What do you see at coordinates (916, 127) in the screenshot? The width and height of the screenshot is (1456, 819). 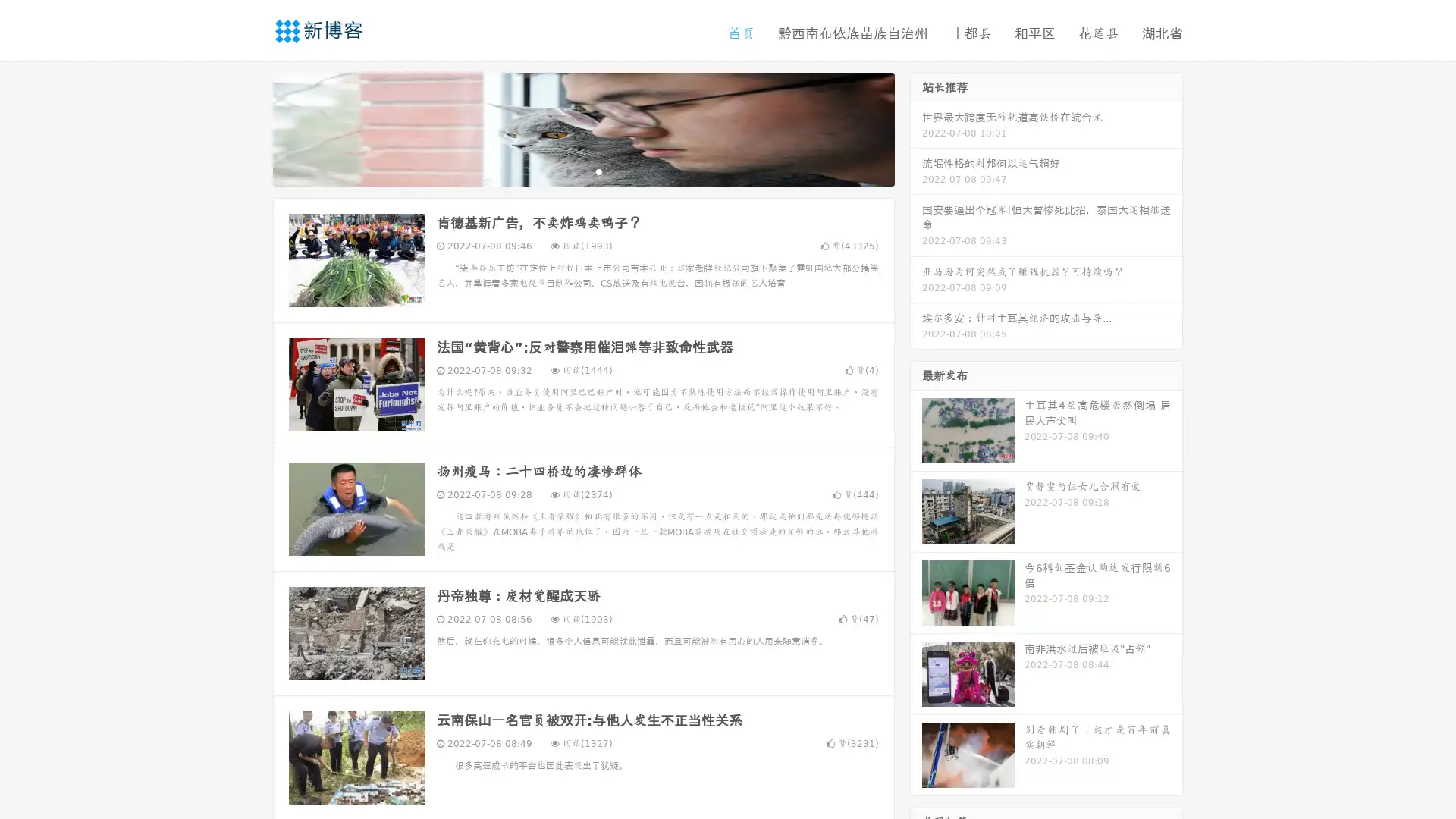 I see `Next slide` at bounding box center [916, 127].